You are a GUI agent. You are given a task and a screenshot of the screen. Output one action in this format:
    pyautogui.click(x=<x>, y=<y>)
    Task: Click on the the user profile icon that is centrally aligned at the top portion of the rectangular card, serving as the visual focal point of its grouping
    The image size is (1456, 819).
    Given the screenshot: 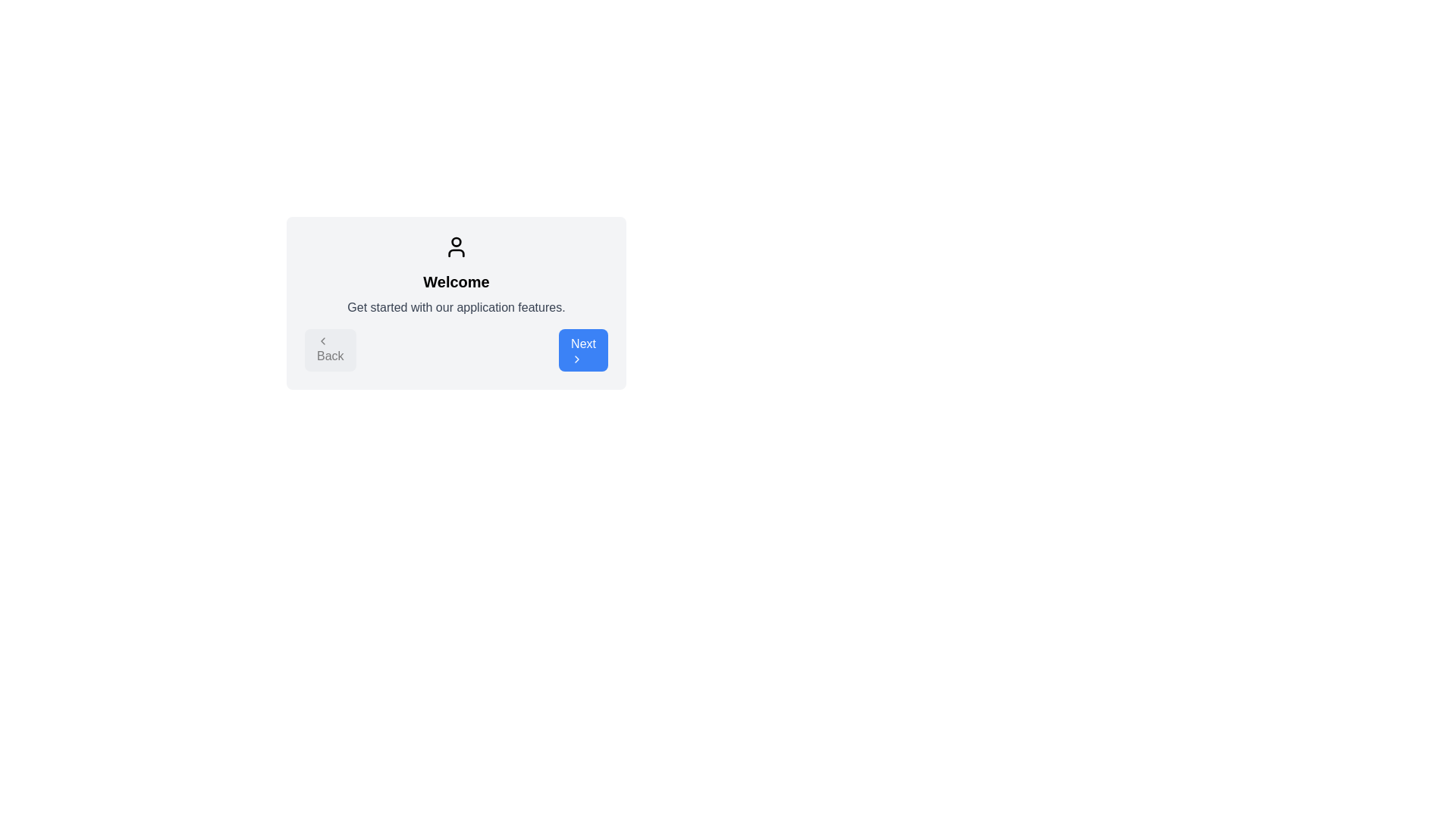 What is the action you would take?
    pyautogui.click(x=455, y=246)
    